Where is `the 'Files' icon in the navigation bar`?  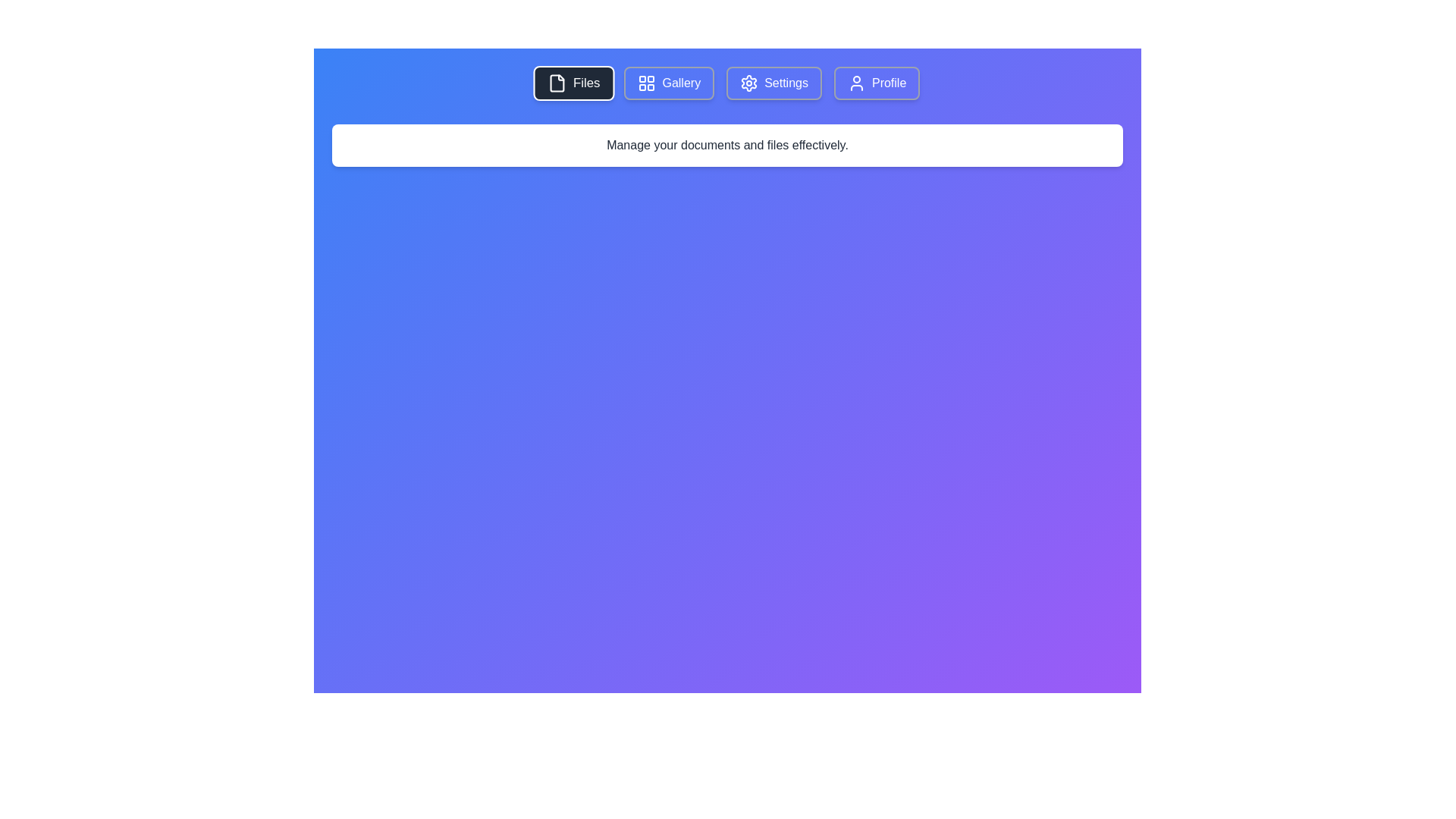 the 'Files' icon in the navigation bar is located at coordinates (556, 83).